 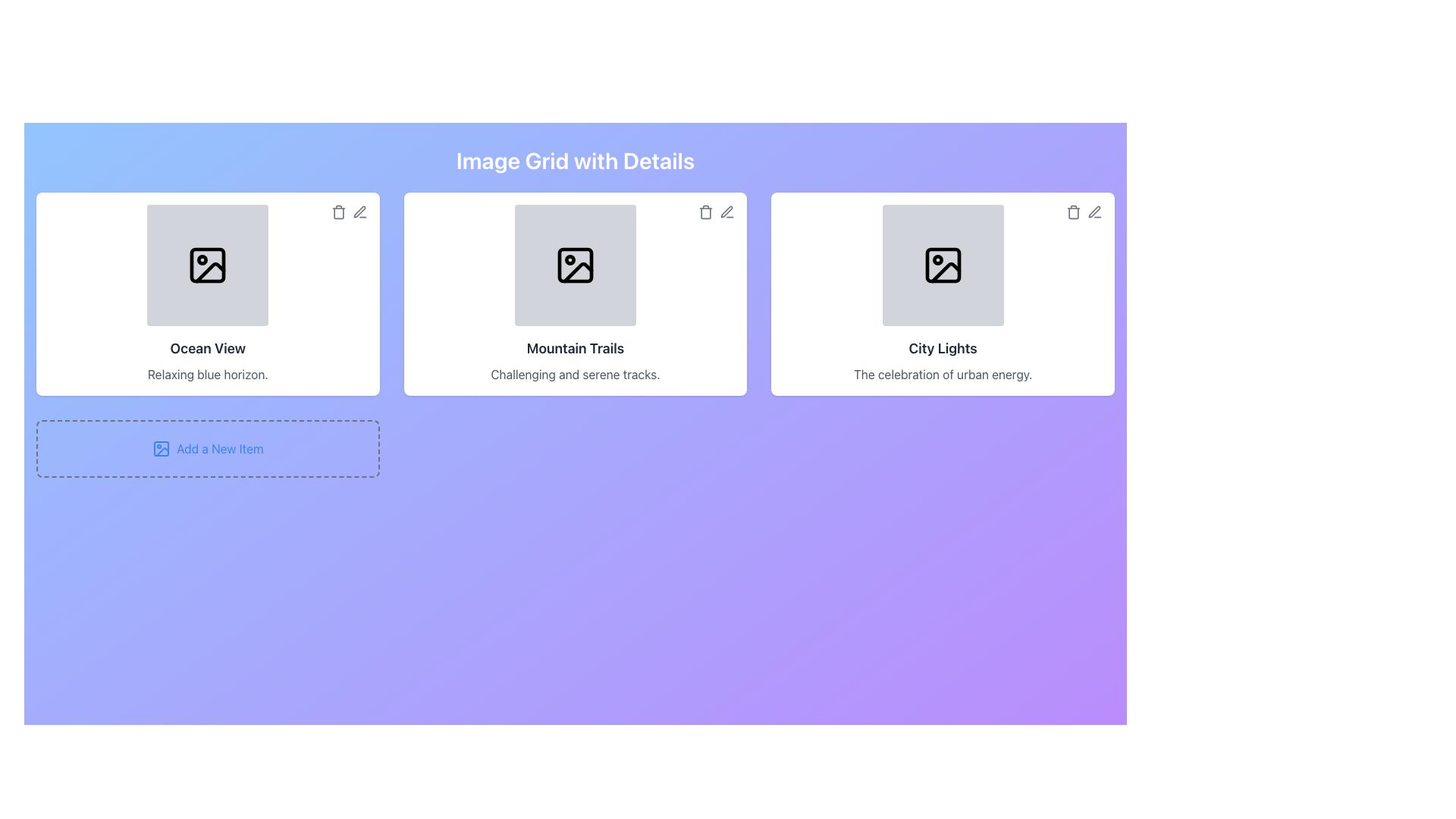 What do you see at coordinates (574, 294) in the screenshot?
I see `the 'Mountain Trails' card, which is the second card in a row of three` at bounding box center [574, 294].